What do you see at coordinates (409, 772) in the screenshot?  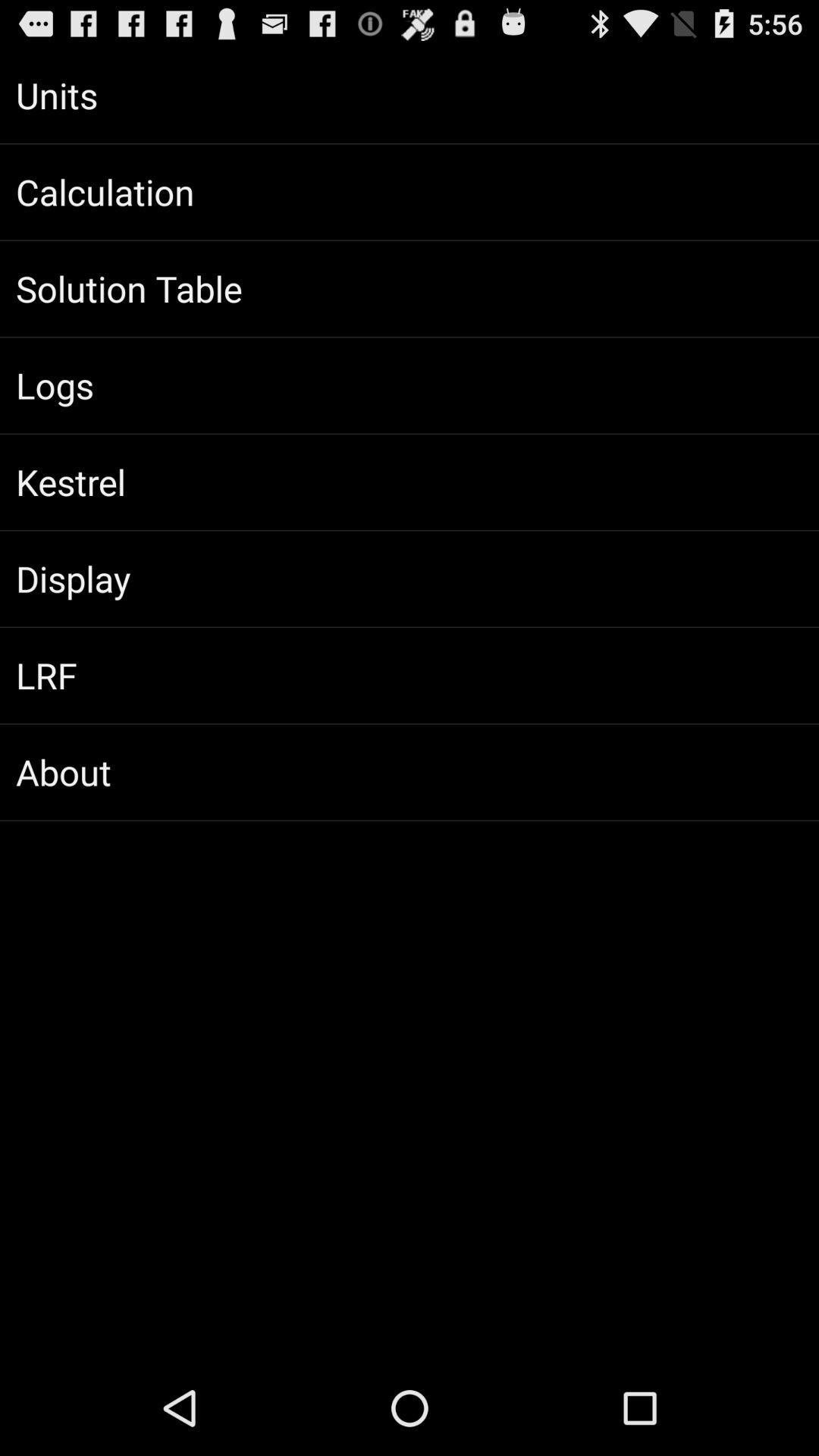 I see `the about` at bounding box center [409, 772].